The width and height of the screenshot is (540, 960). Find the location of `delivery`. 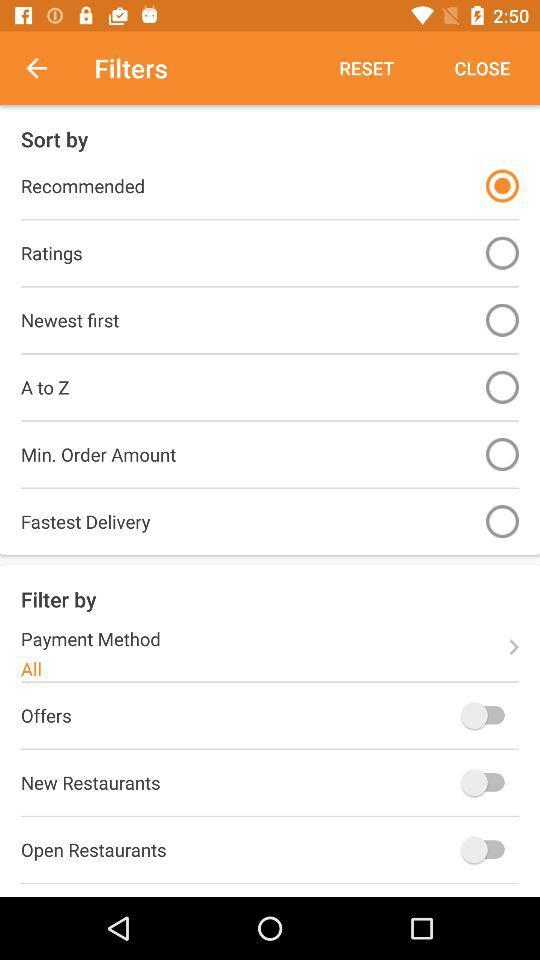

delivery is located at coordinates (501, 520).